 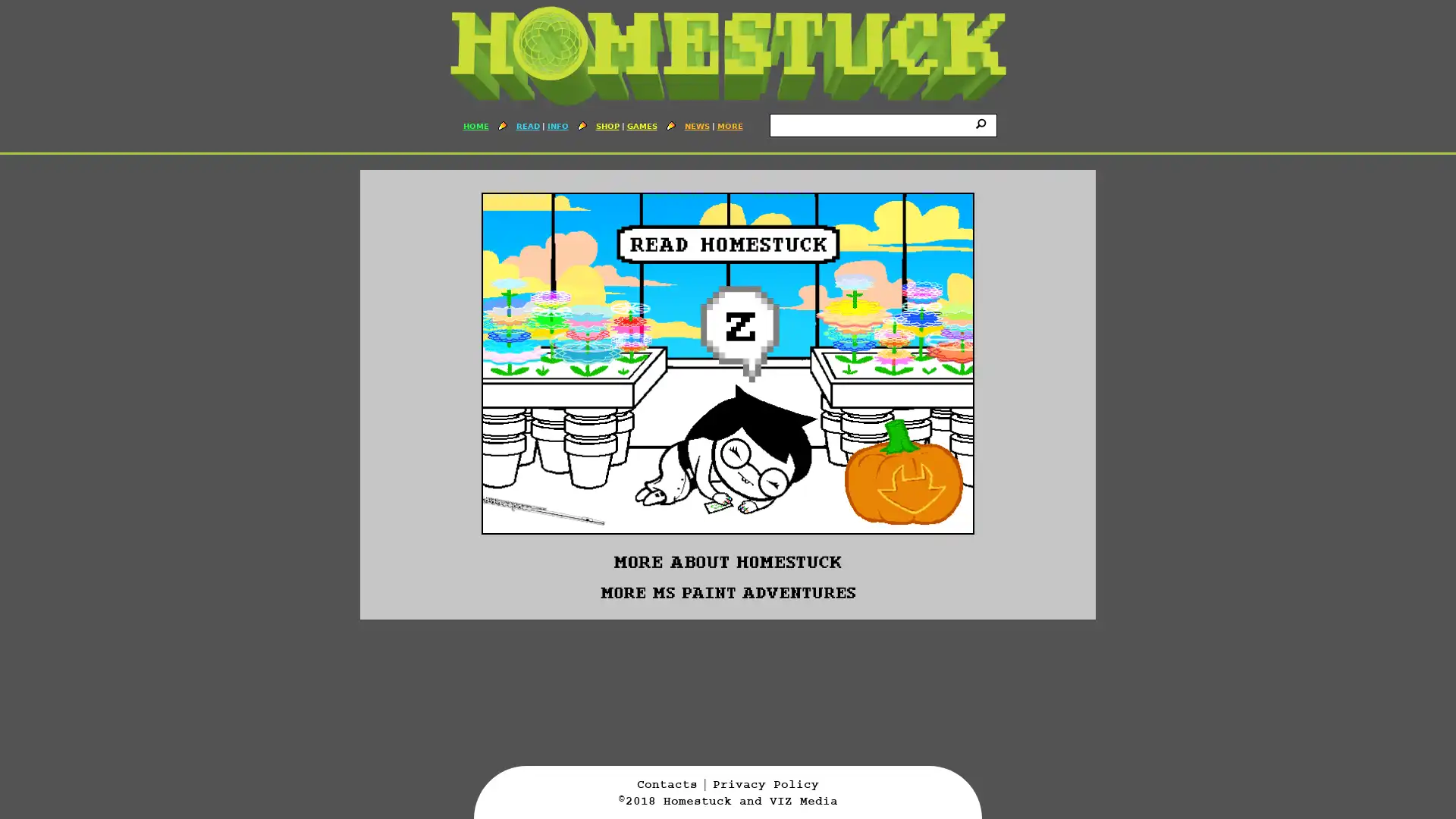 I want to click on i, so click(x=983, y=122).